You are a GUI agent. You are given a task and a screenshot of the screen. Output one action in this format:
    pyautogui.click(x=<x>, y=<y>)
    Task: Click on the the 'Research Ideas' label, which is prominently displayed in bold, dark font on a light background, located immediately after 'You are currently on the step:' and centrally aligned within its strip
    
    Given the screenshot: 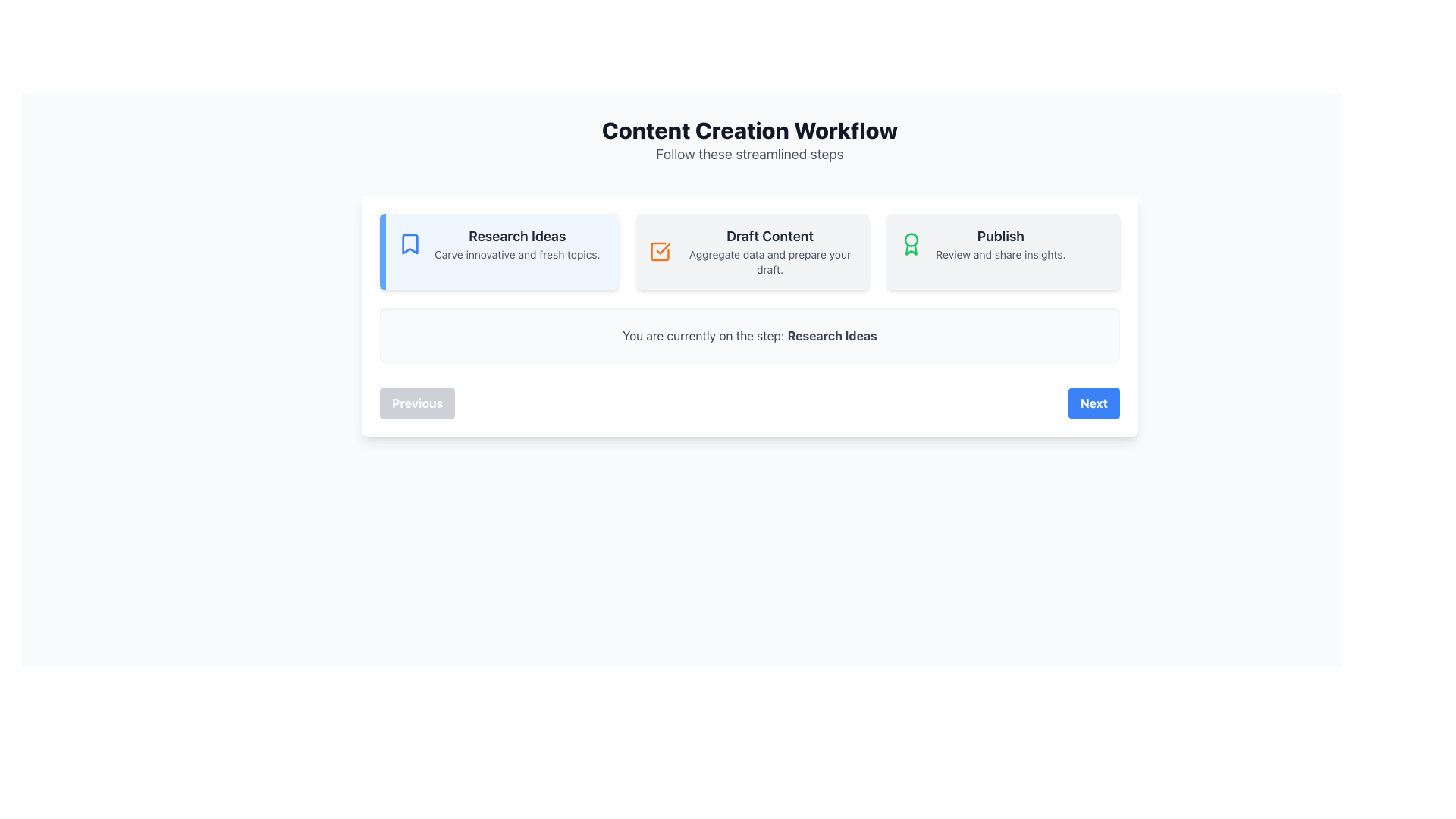 What is the action you would take?
    pyautogui.click(x=831, y=335)
    